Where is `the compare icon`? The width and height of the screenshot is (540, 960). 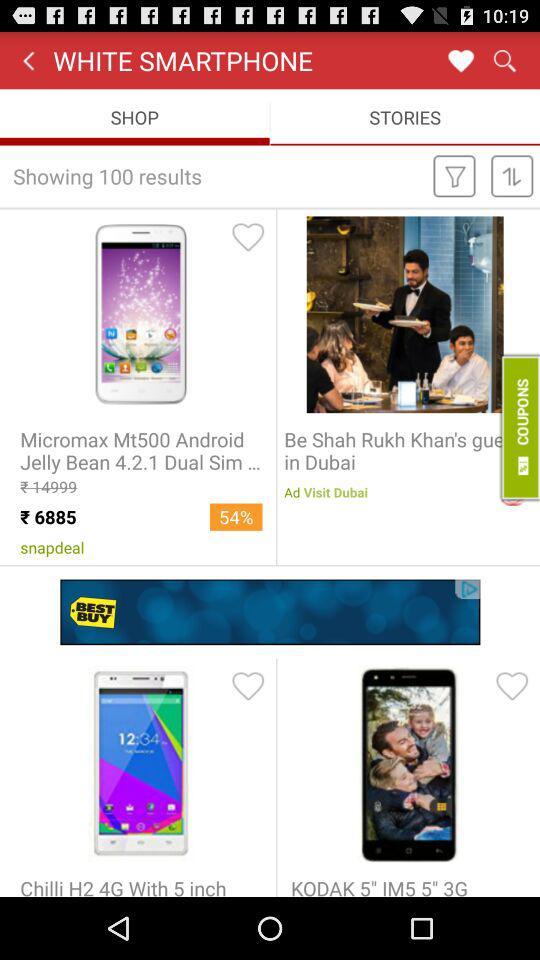 the compare icon is located at coordinates (512, 188).